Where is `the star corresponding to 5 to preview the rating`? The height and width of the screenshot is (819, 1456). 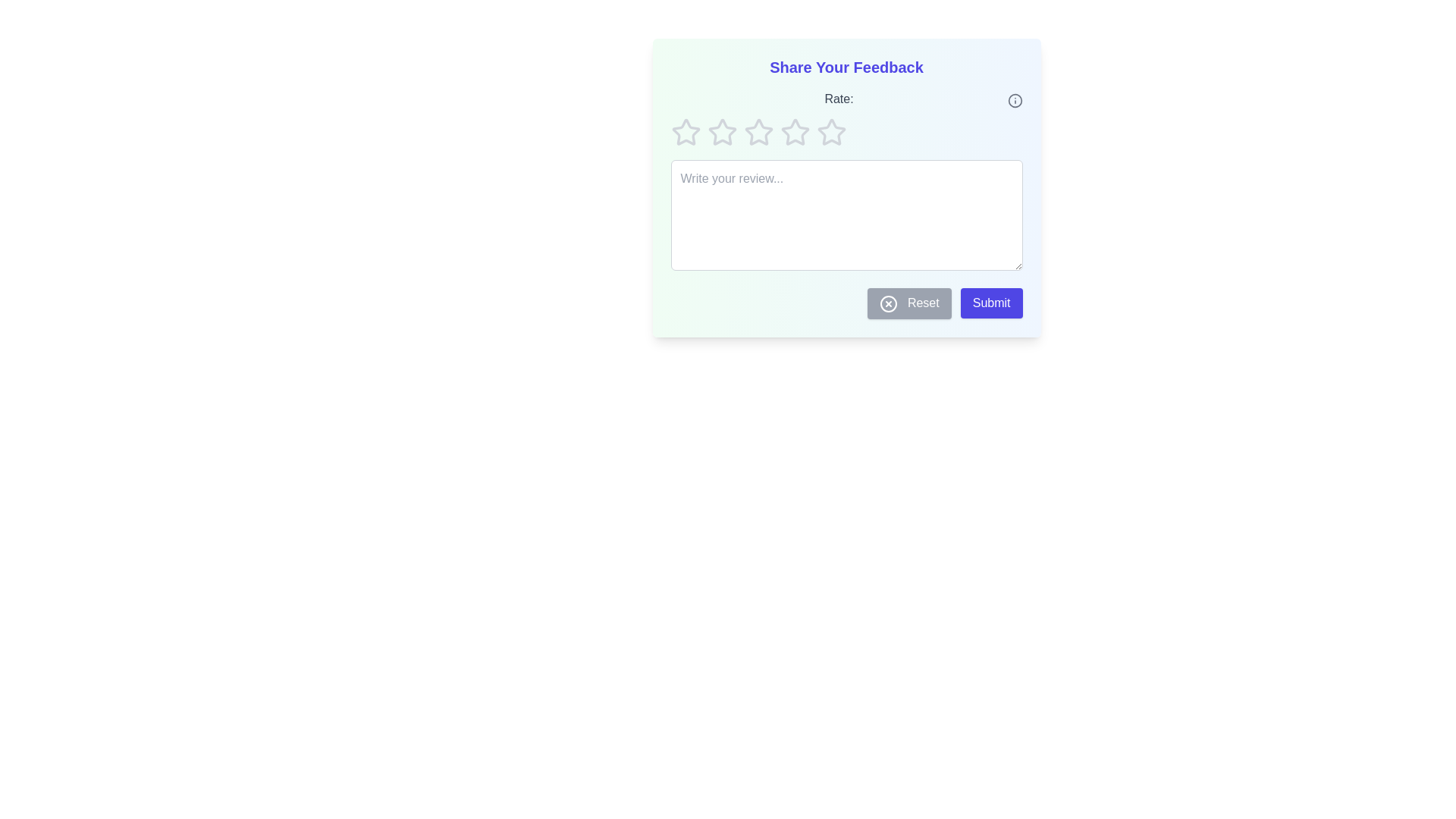 the star corresponding to 5 to preview the rating is located at coordinates (830, 131).